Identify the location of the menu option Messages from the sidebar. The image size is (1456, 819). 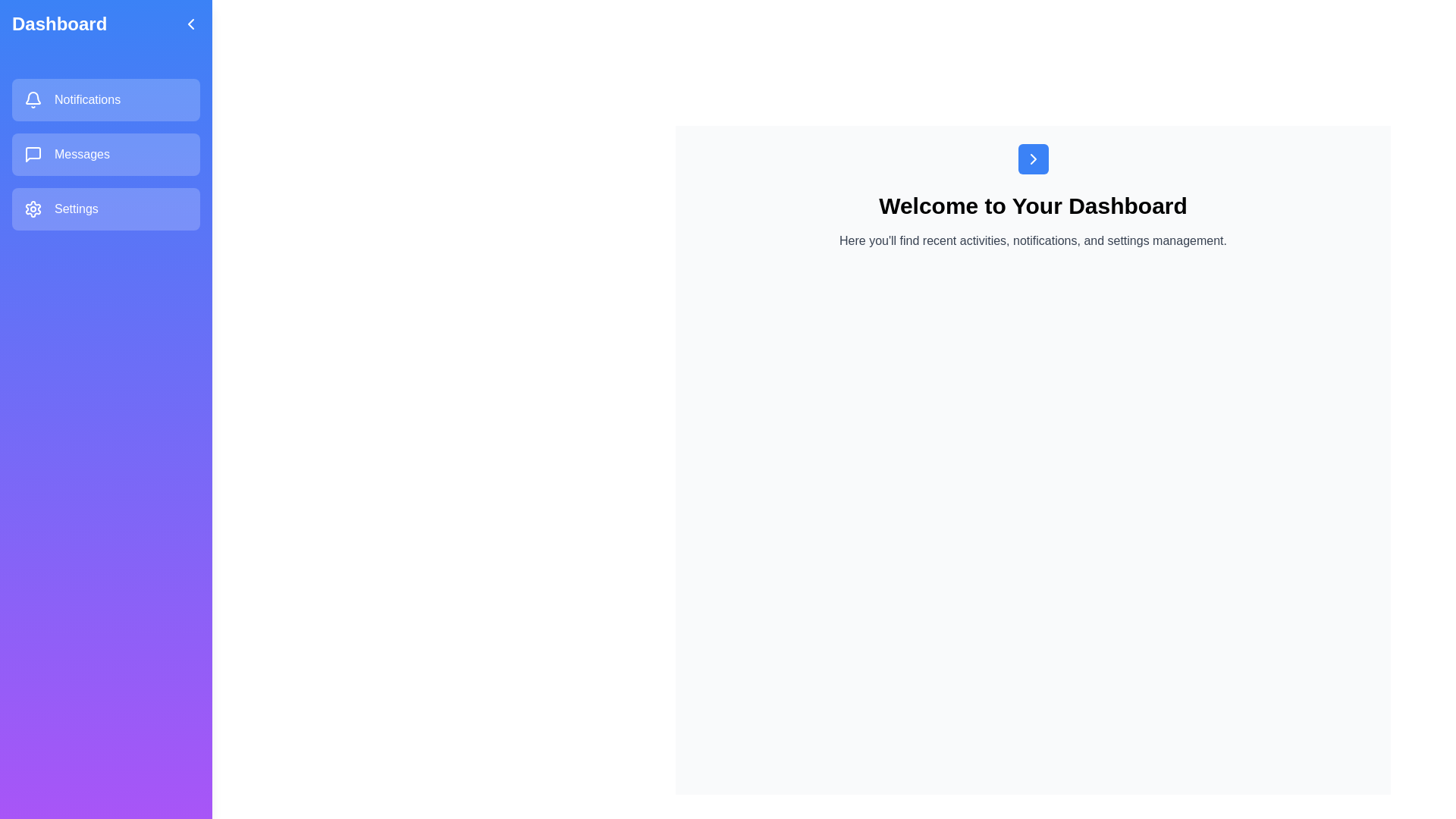
(105, 155).